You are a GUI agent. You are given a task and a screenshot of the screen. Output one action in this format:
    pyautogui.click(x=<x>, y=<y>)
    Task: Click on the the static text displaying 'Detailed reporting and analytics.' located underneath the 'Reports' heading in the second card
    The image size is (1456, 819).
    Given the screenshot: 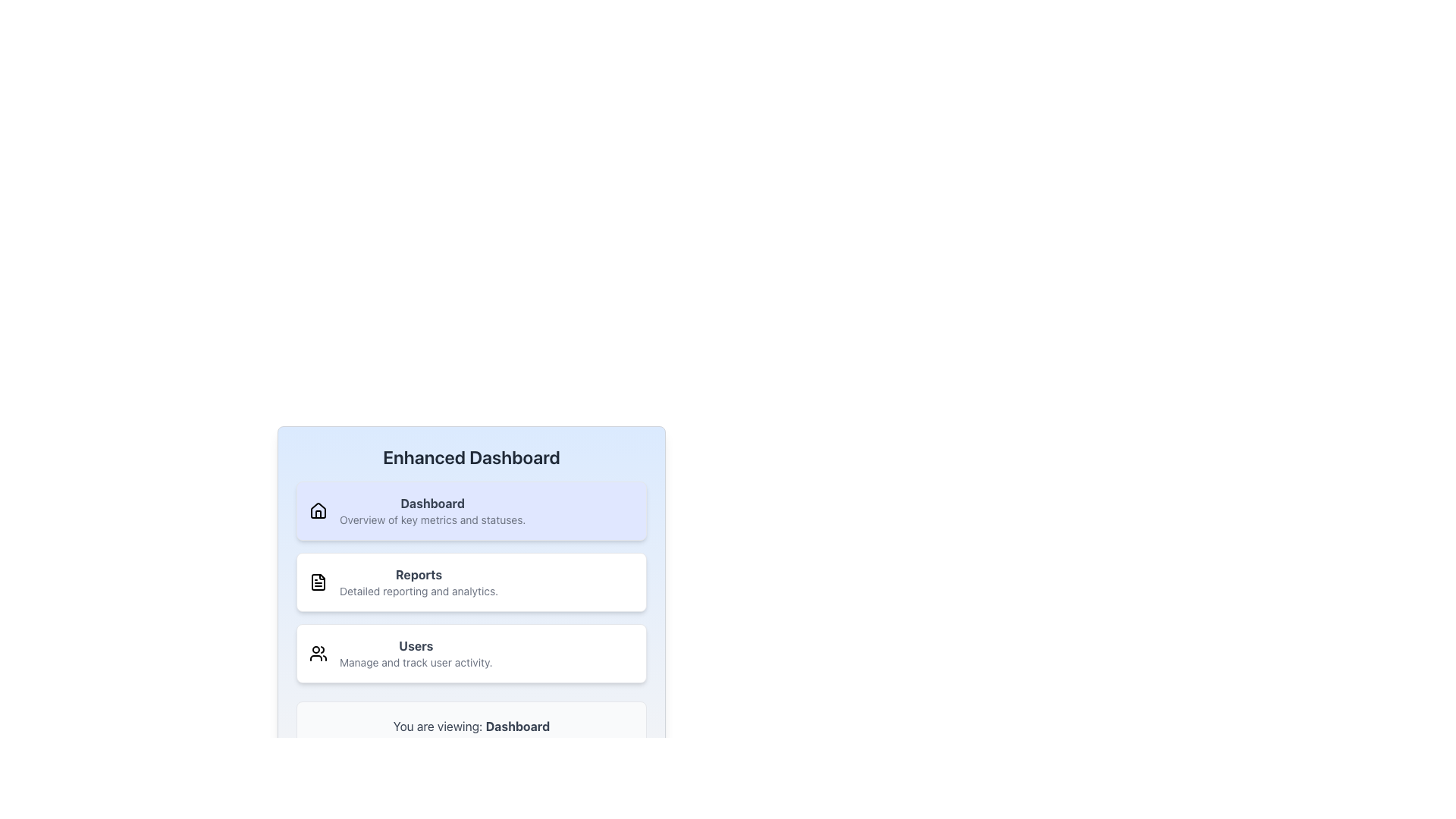 What is the action you would take?
    pyautogui.click(x=419, y=590)
    